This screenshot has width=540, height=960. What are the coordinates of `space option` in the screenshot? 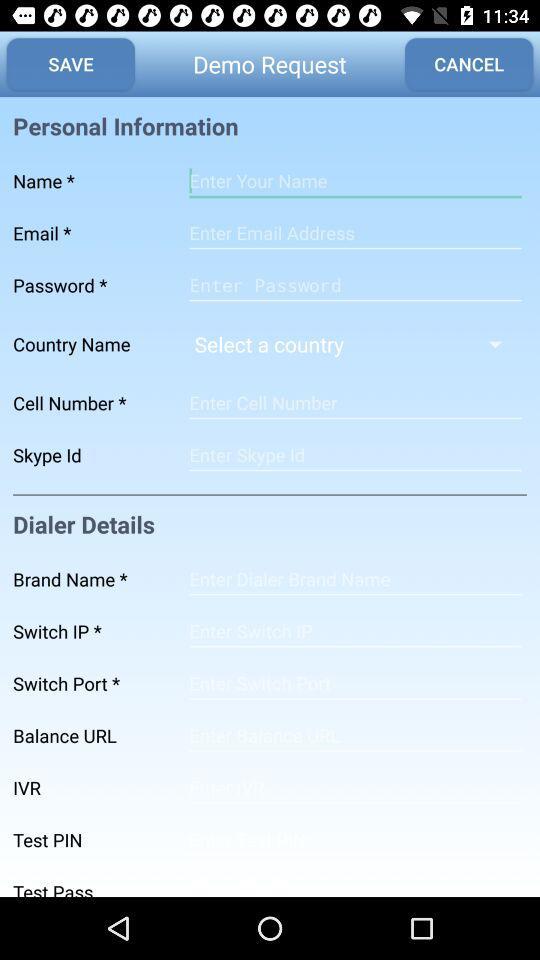 It's located at (354, 683).